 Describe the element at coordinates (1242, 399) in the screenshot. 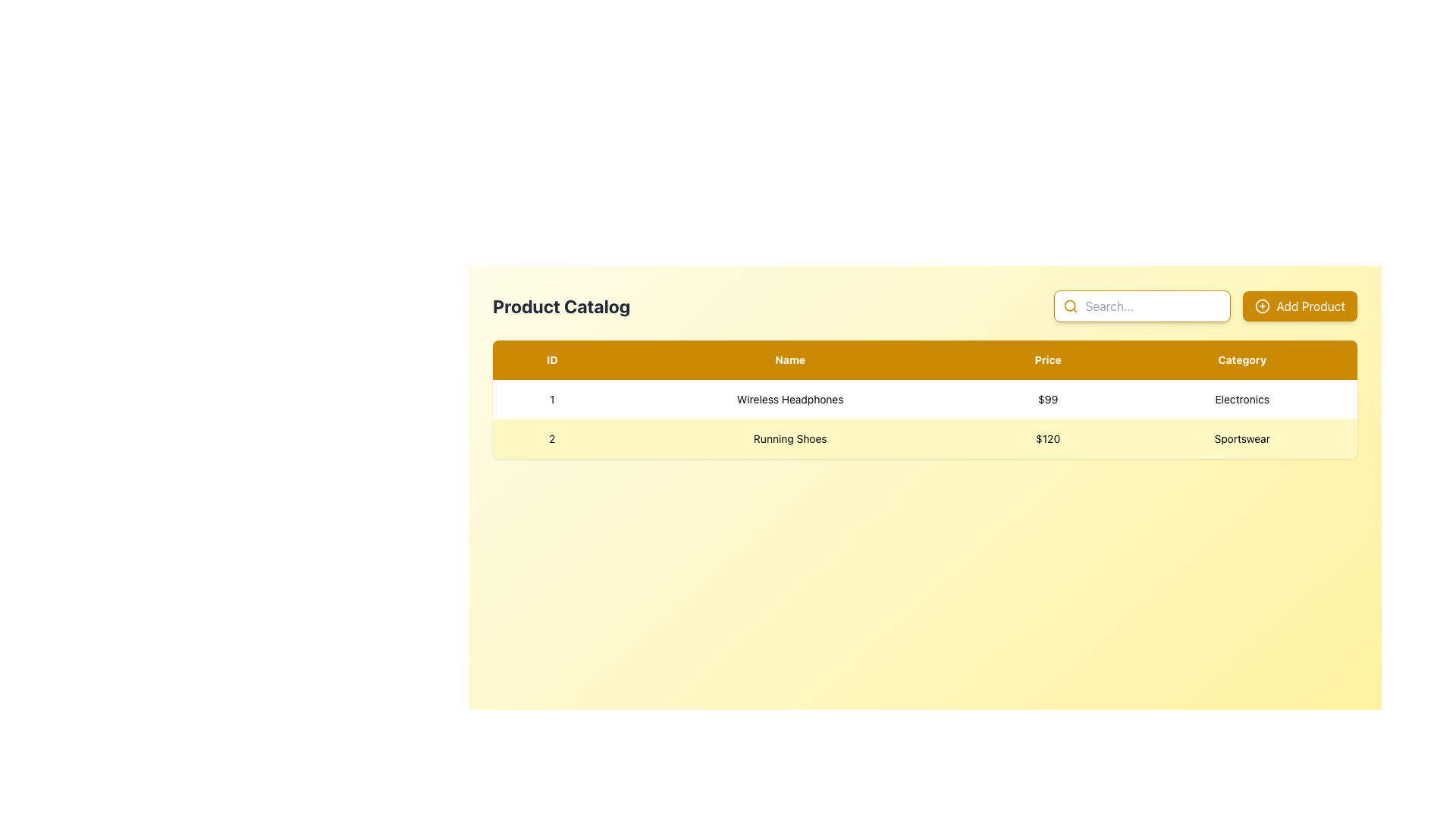

I see `the text label displaying 'Electronics' in the last column of the table for the product 'Wireless Headphones'` at that location.